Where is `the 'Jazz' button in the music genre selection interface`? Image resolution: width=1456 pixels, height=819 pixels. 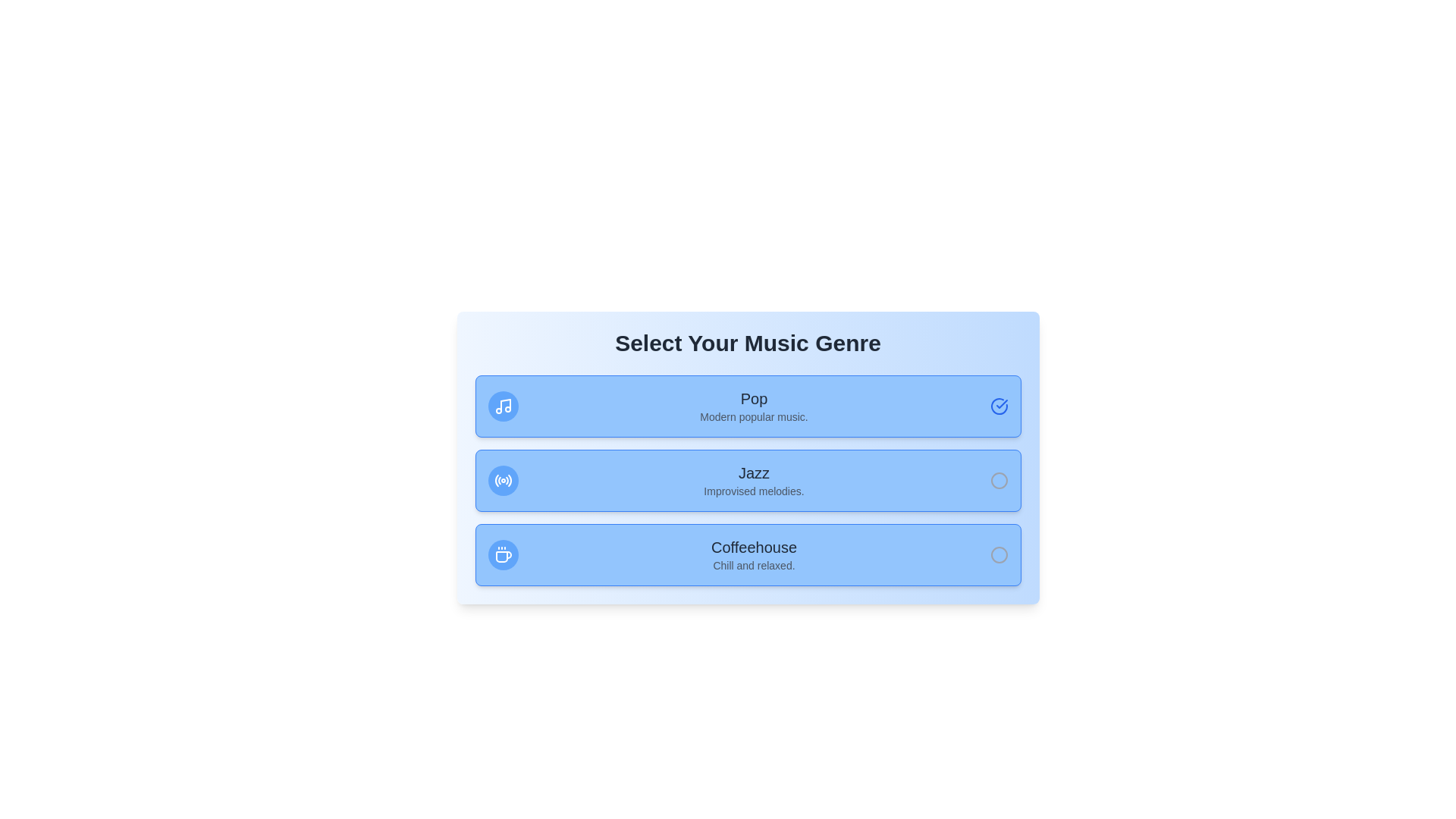 the 'Jazz' button in the music genre selection interface is located at coordinates (748, 480).